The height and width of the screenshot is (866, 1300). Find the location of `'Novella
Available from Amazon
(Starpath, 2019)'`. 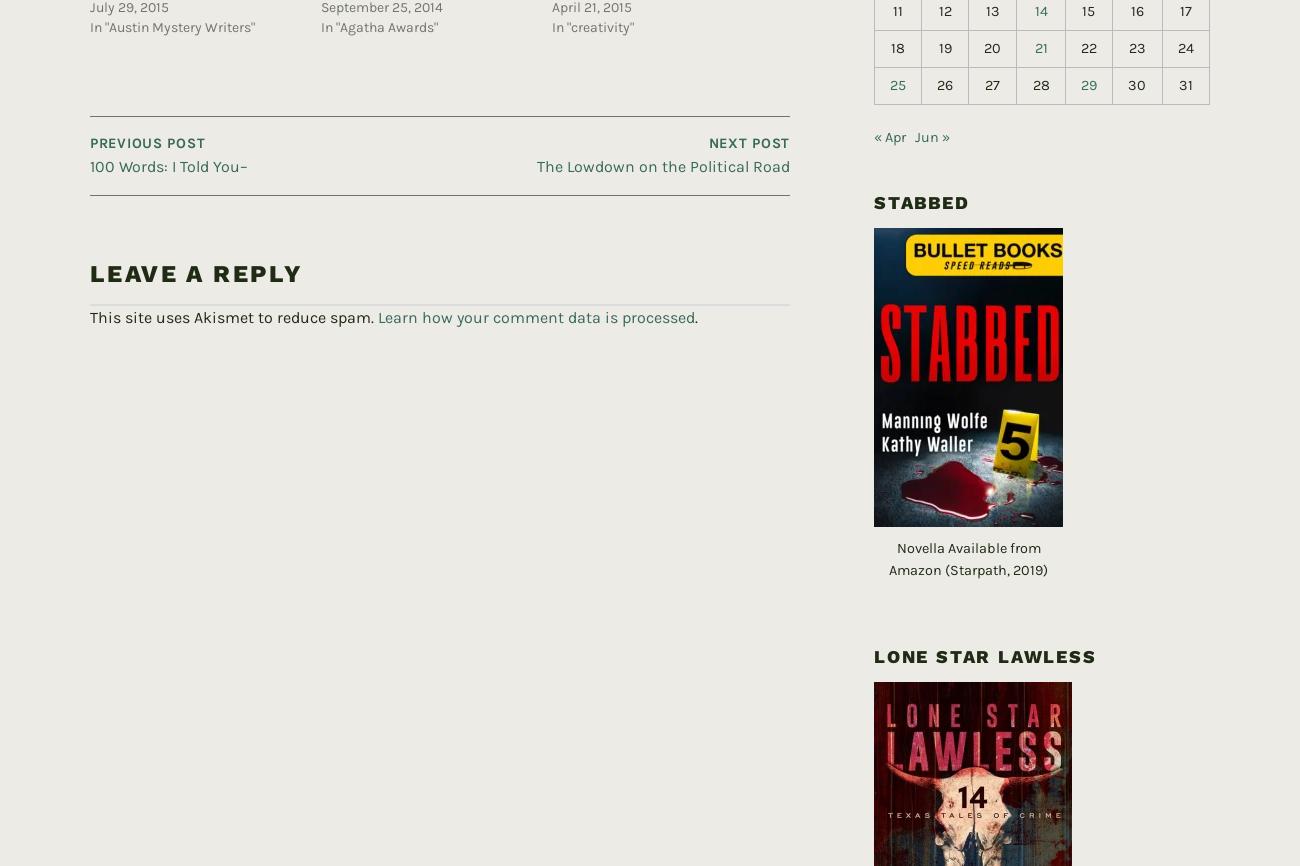

'Novella
Available from Amazon
(Starpath, 2019)' is located at coordinates (887, 526).